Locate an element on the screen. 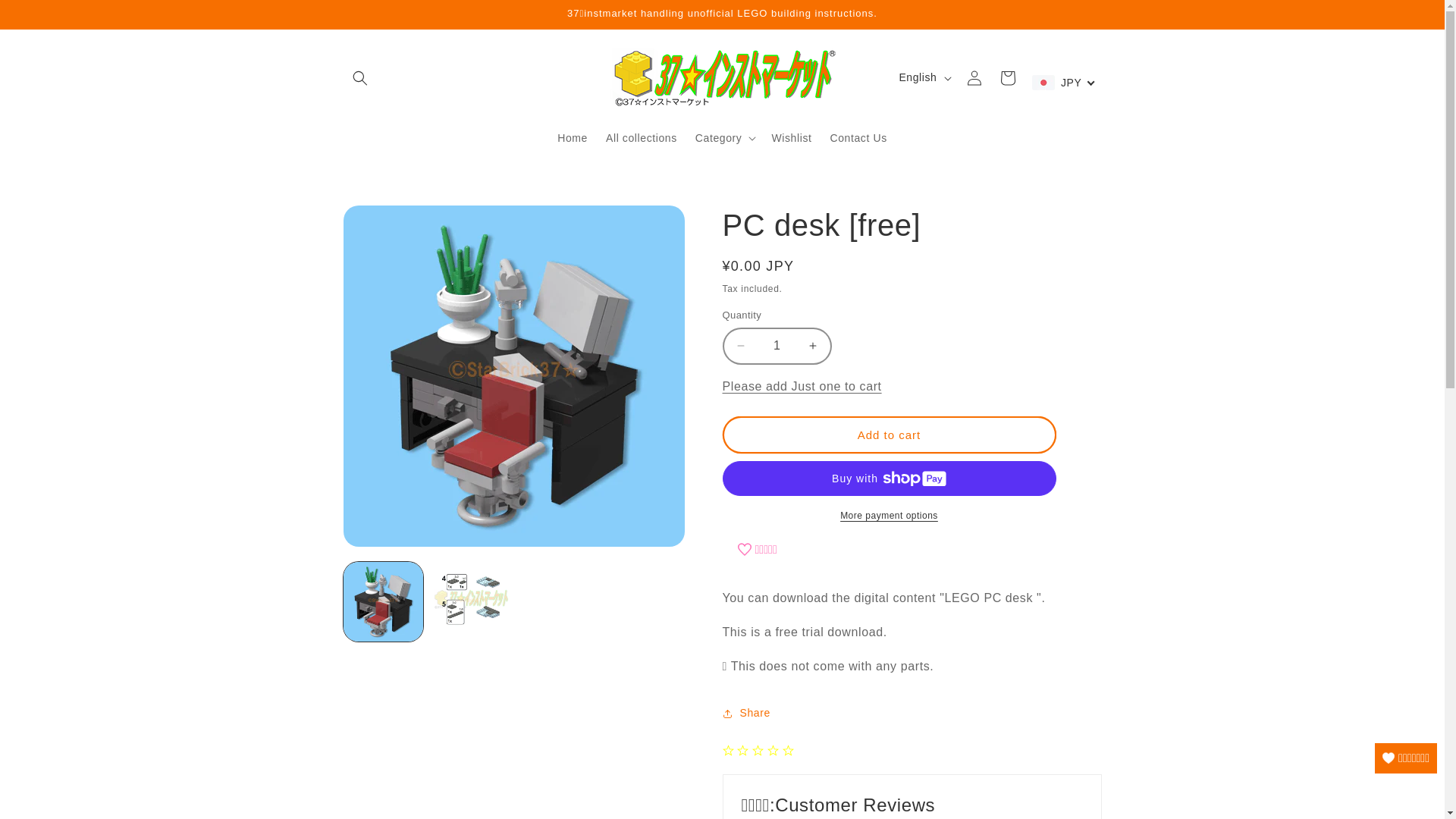 The height and width of the screenshot is (819, 1456). 'Please add Just one to cart' is located at coordinates (800, 385).